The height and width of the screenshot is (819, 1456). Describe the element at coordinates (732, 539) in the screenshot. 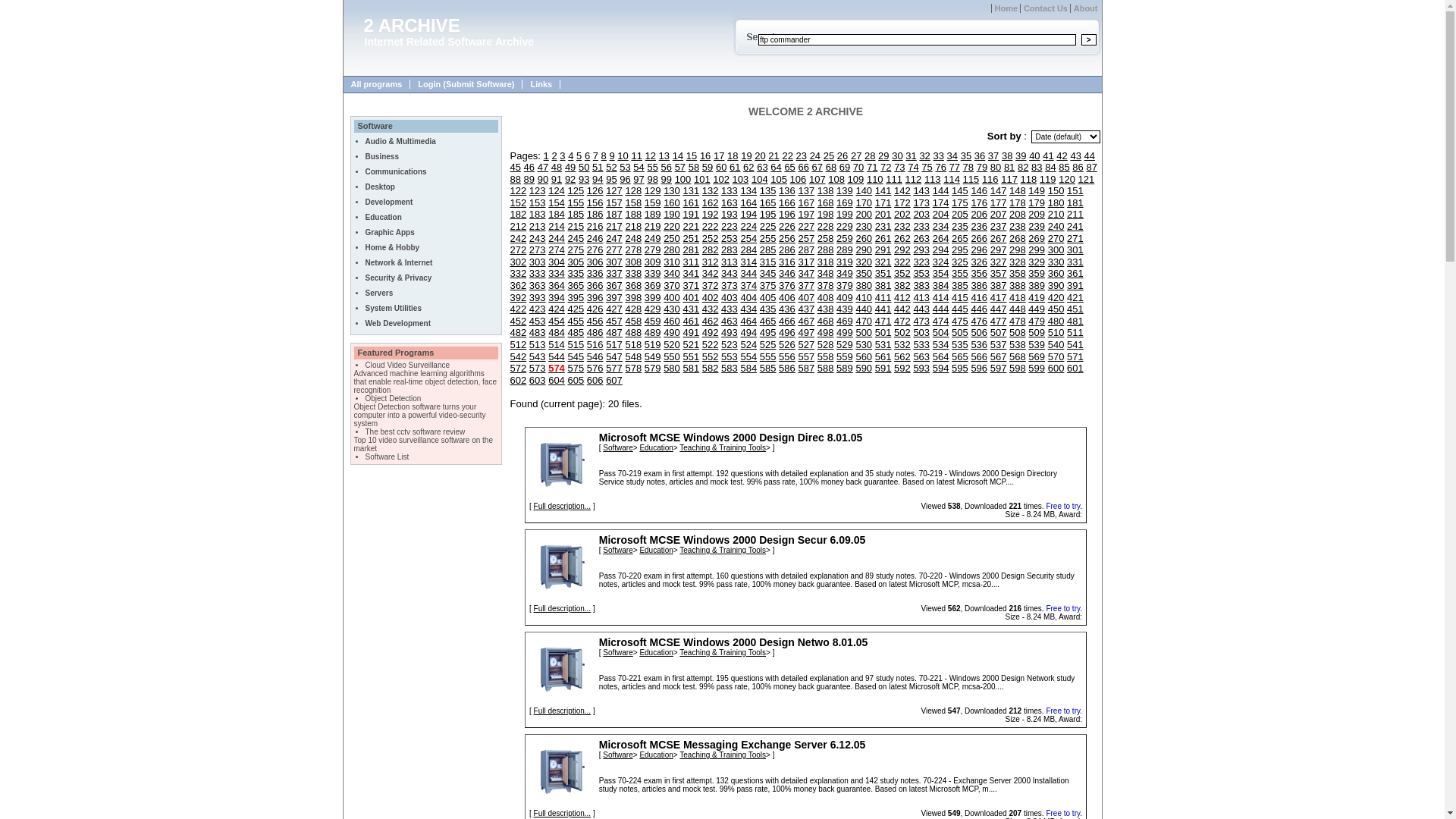

I see `'Microsoft MCSE Windows 2000 Design Secur 6.09.05'` at that location.